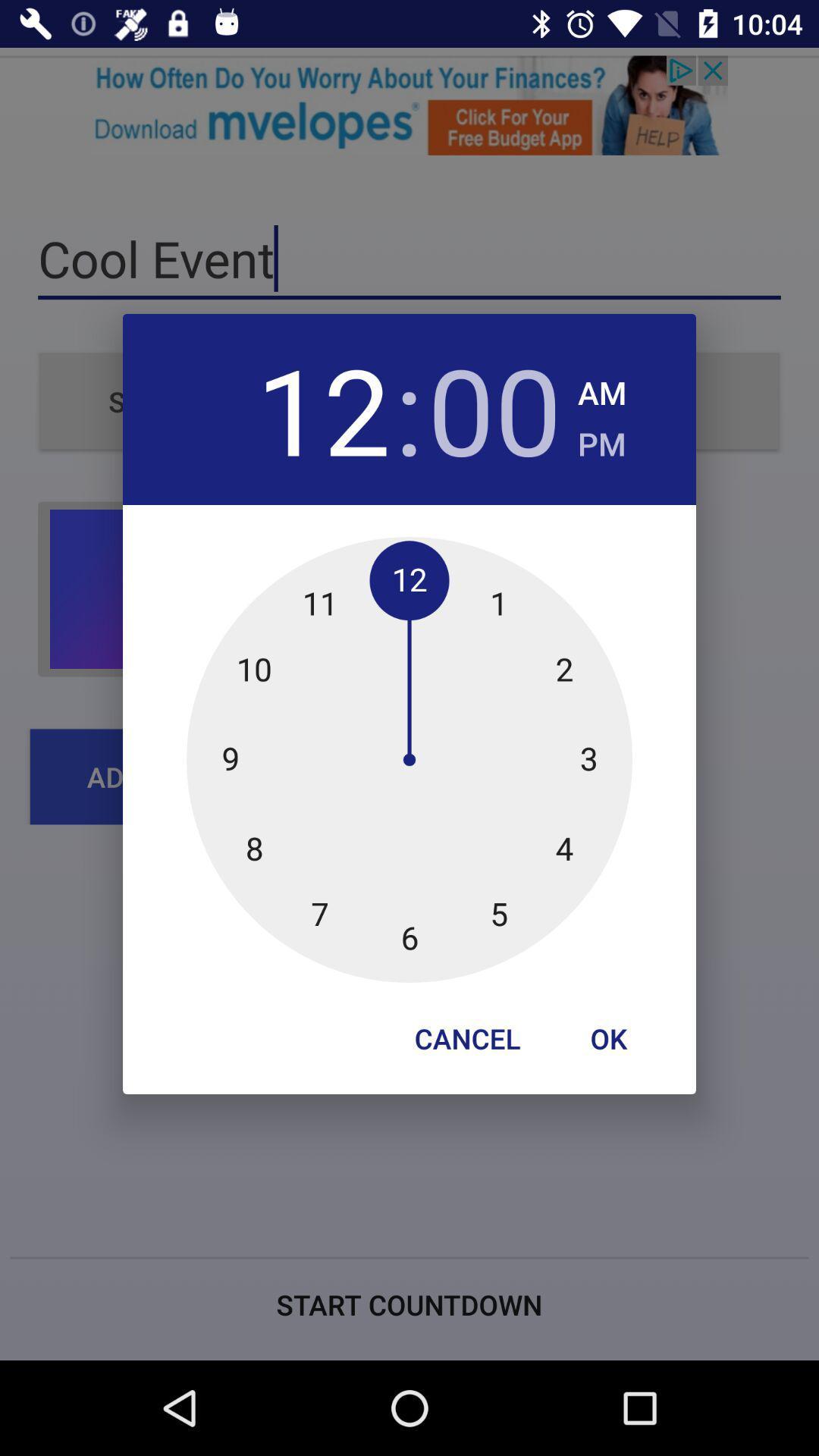  I want to click on am, so click(601, 388).